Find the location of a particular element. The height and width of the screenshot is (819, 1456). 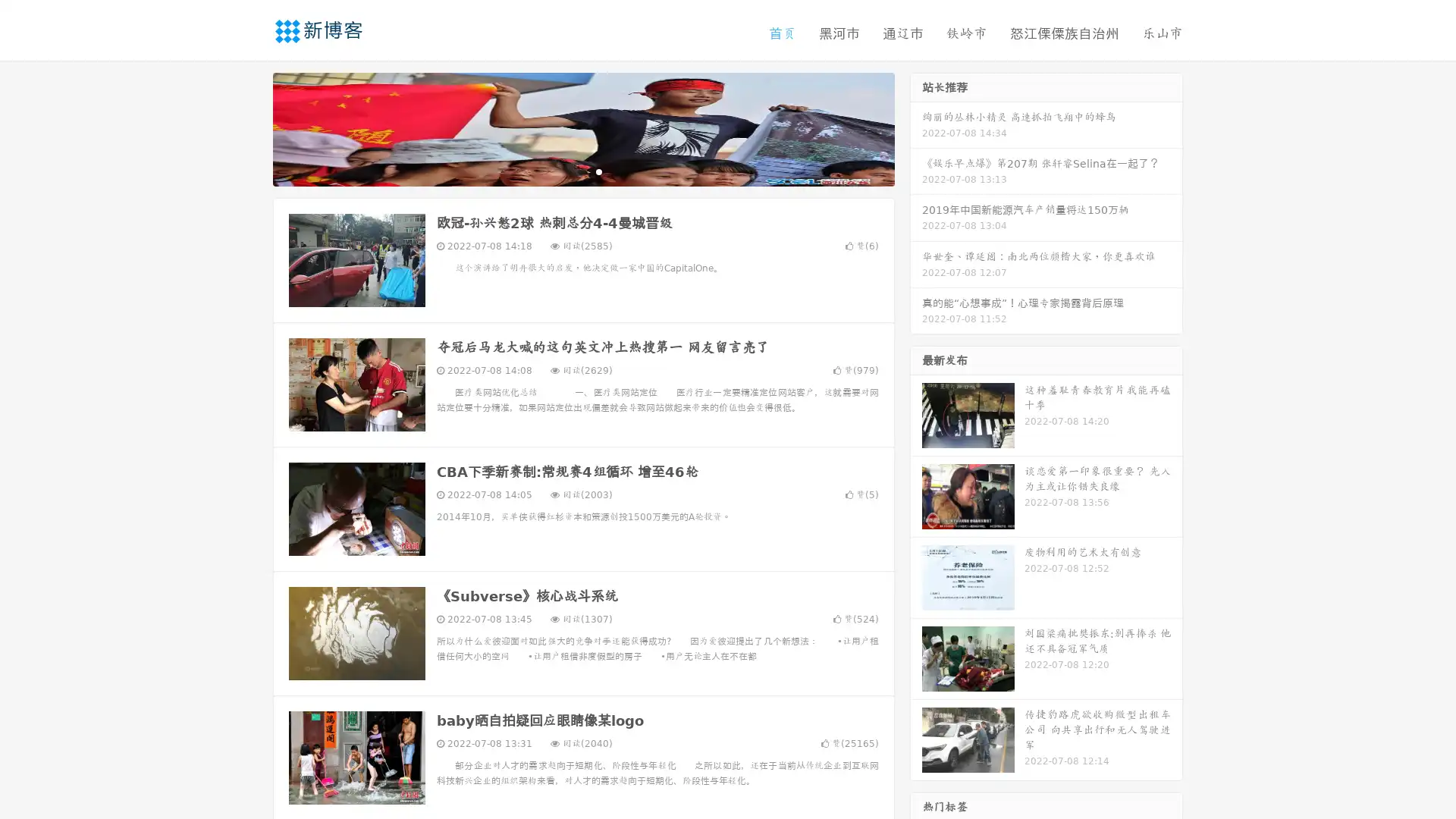

Previous slide is located at coordinates (250, 127).